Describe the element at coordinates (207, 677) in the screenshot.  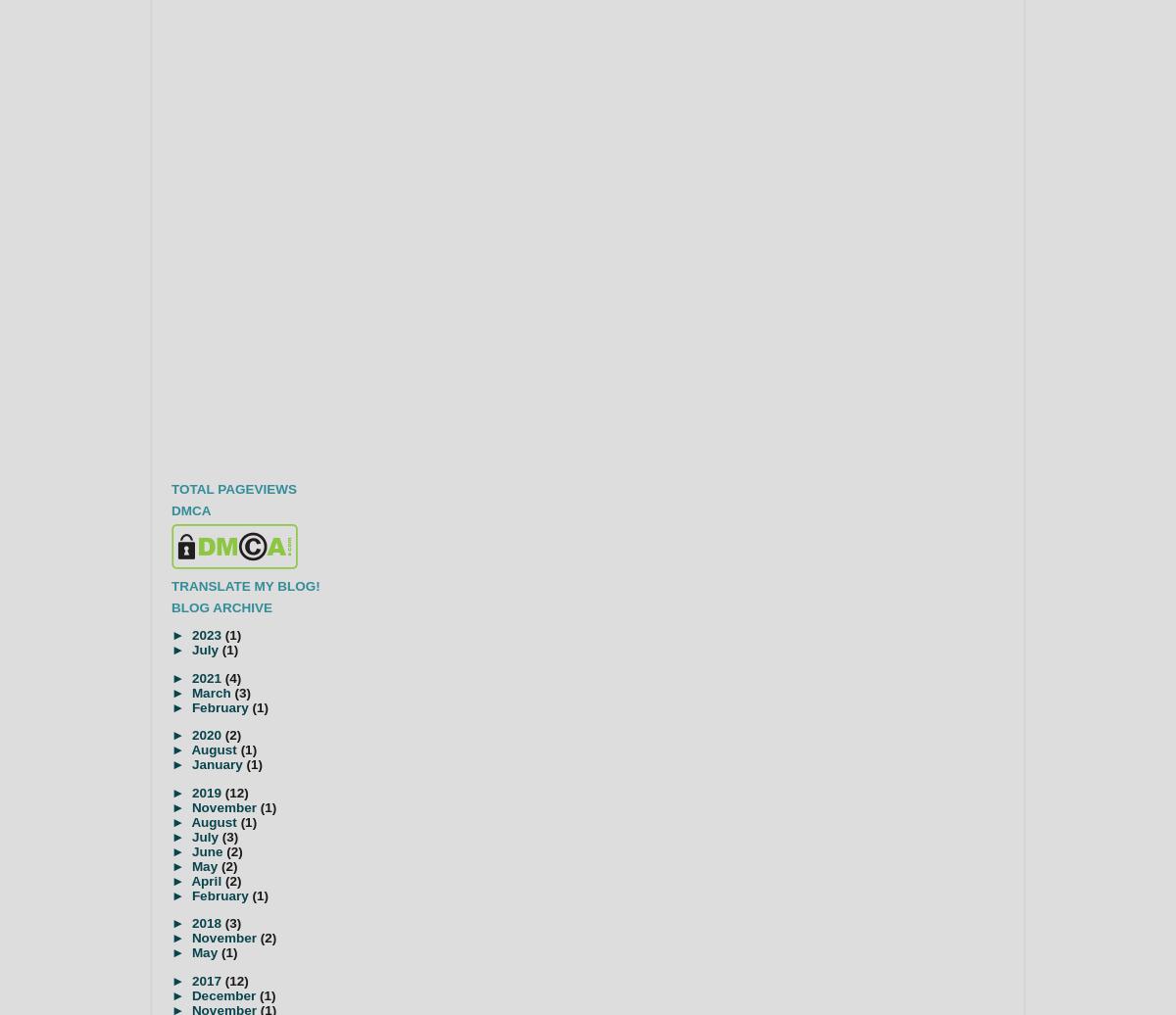
I see `'2021'` at that location.